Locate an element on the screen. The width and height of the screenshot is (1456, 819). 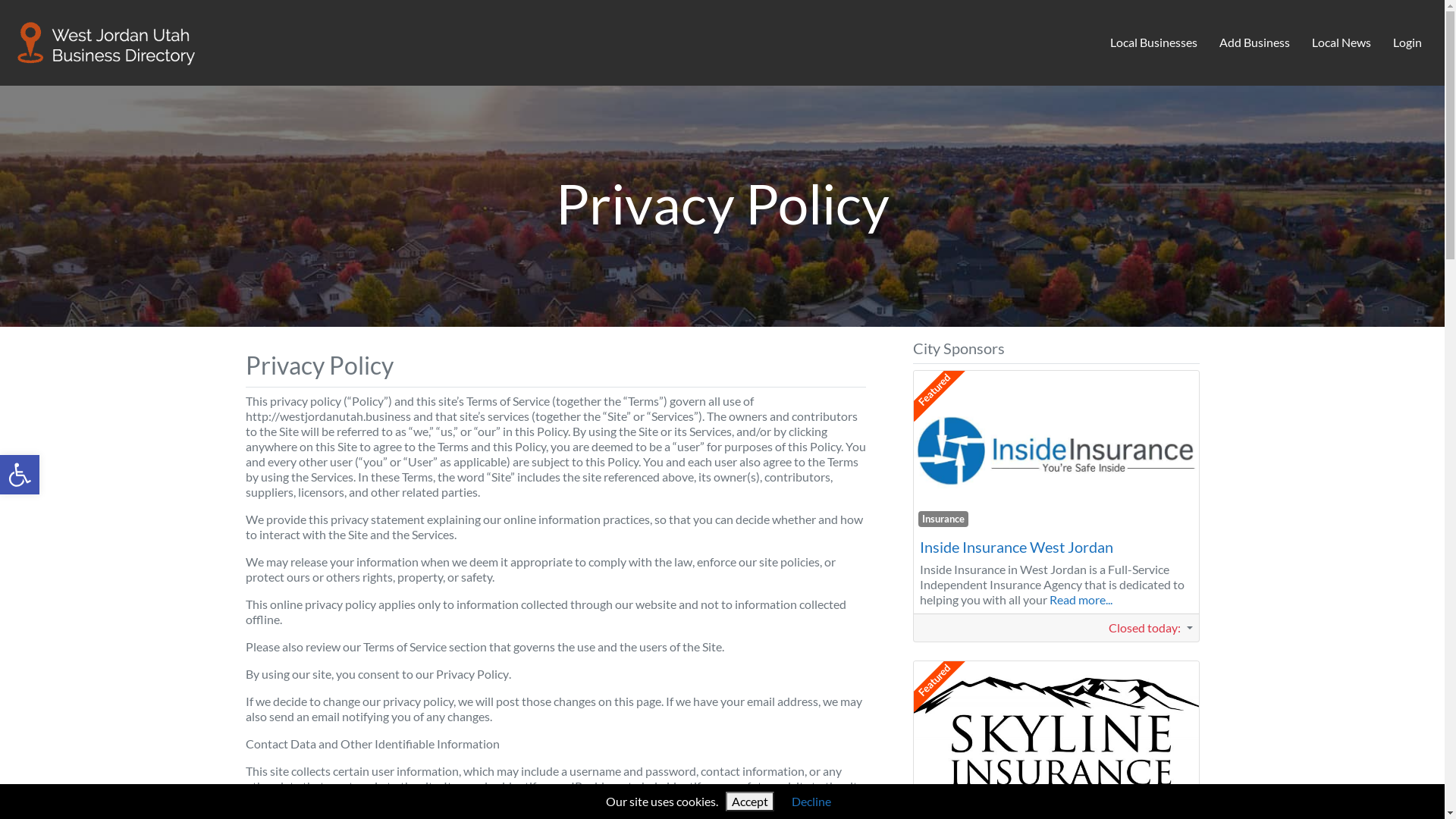
'Featured' is located at coordinates (939, 654).